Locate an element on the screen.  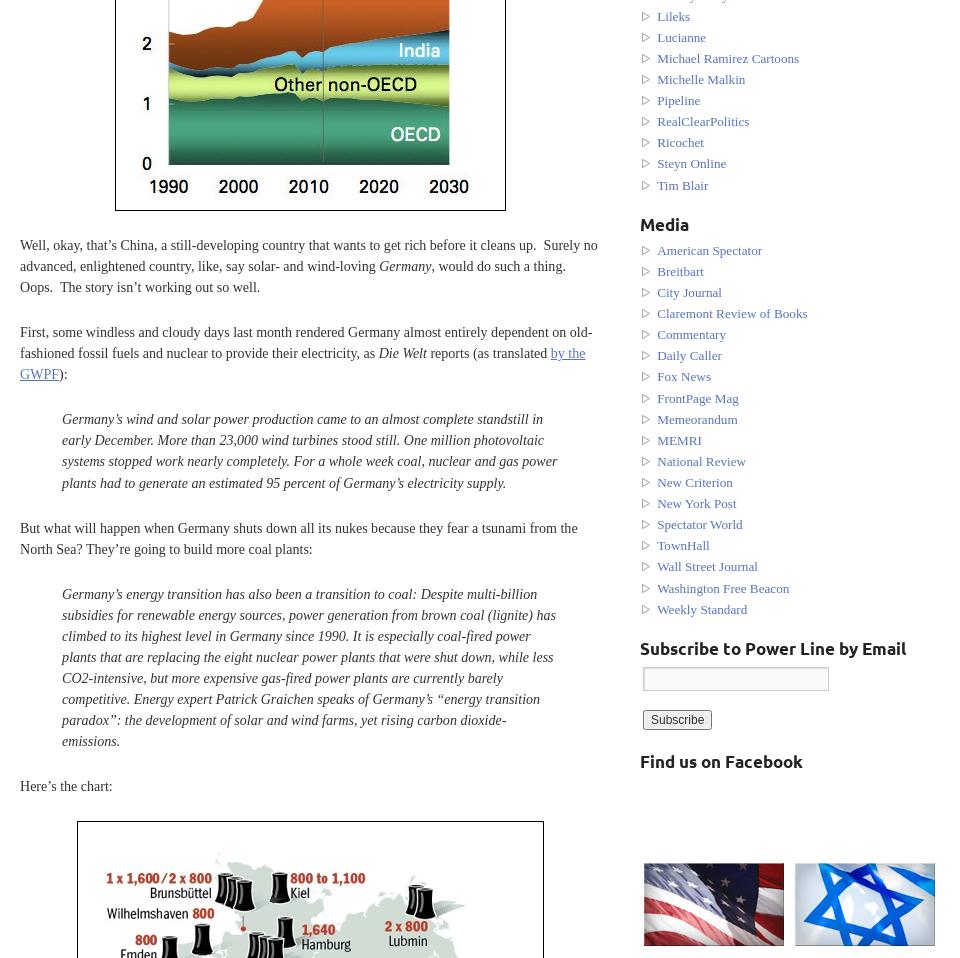
'):' is located at coordinates (62, 373).